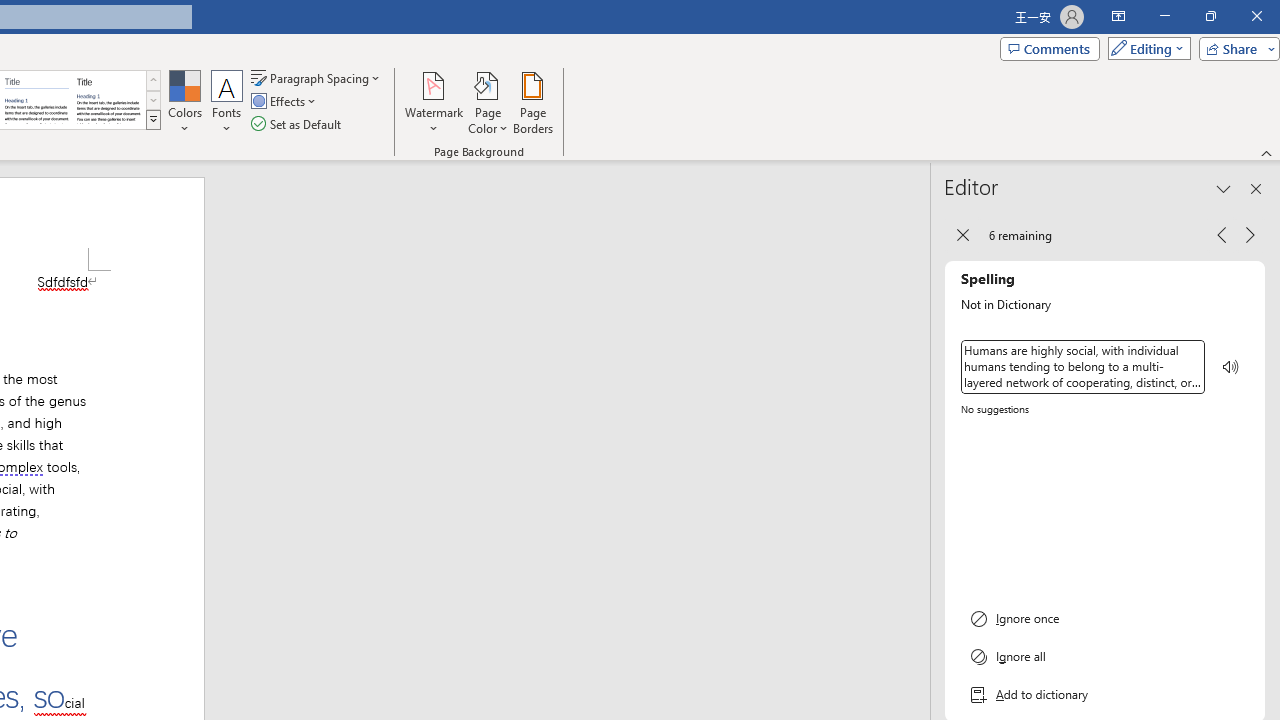 The image size is (1280, 720). Describe the element at coordinates (37, 100) in the screenshot. I see `'Word 2010'` at that location.